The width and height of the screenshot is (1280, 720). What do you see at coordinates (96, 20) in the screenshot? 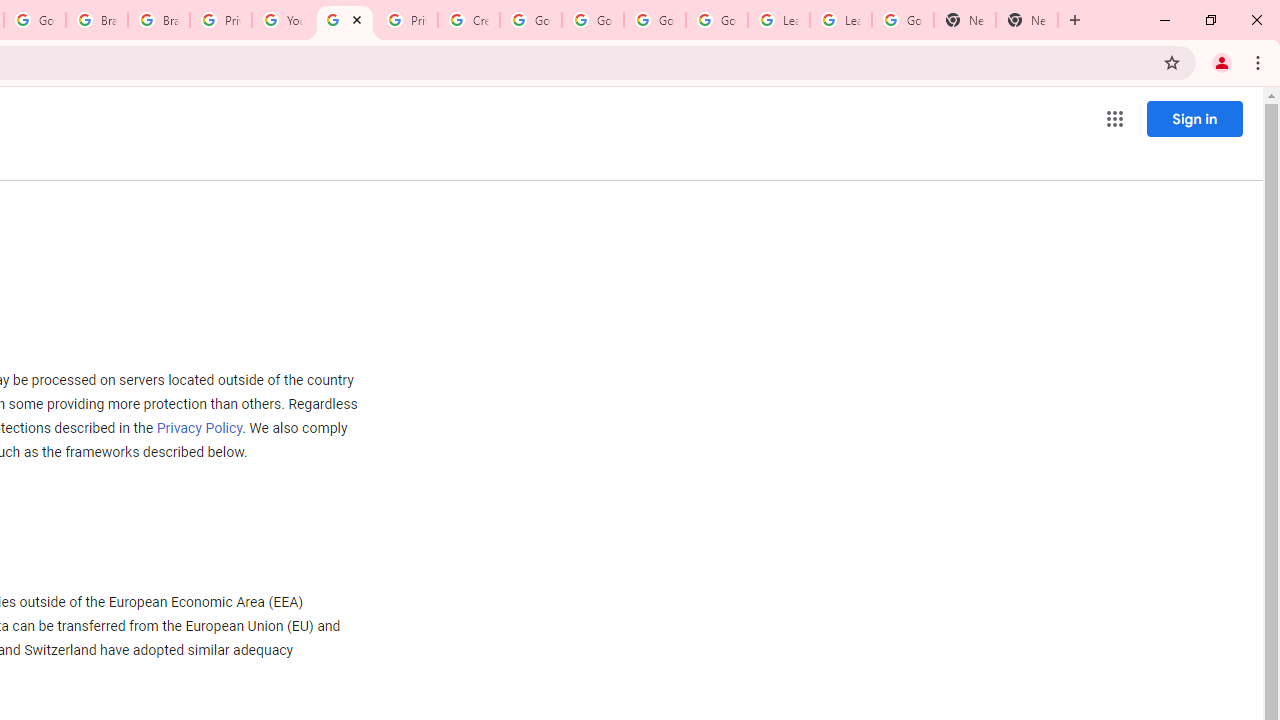
I see `'Brand Resource Center'` at bounding box center [96, 20].